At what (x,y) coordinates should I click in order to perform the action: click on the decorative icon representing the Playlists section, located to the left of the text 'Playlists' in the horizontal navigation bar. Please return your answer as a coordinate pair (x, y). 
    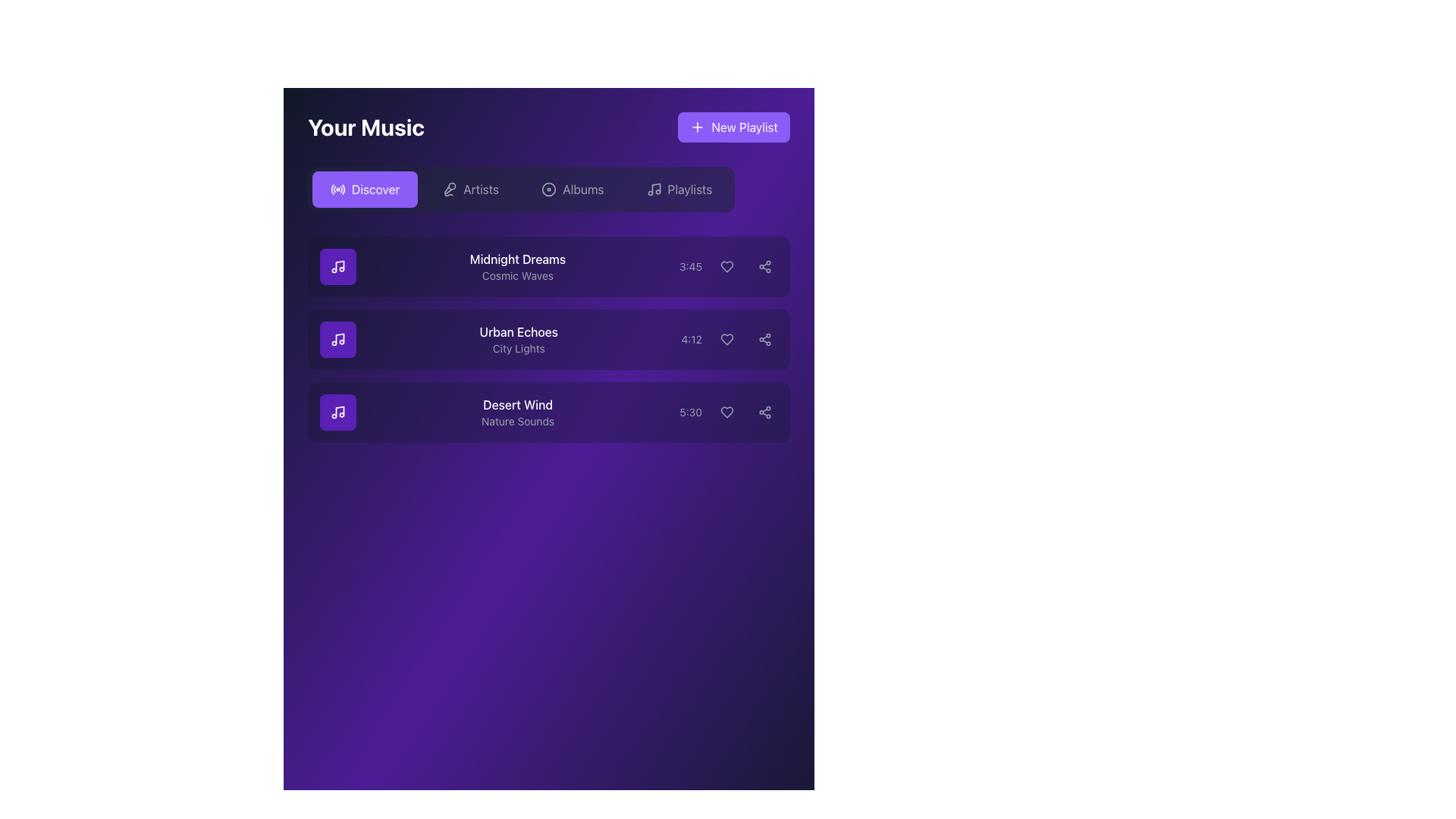
    Looking at the image, I should click on (654, 189).